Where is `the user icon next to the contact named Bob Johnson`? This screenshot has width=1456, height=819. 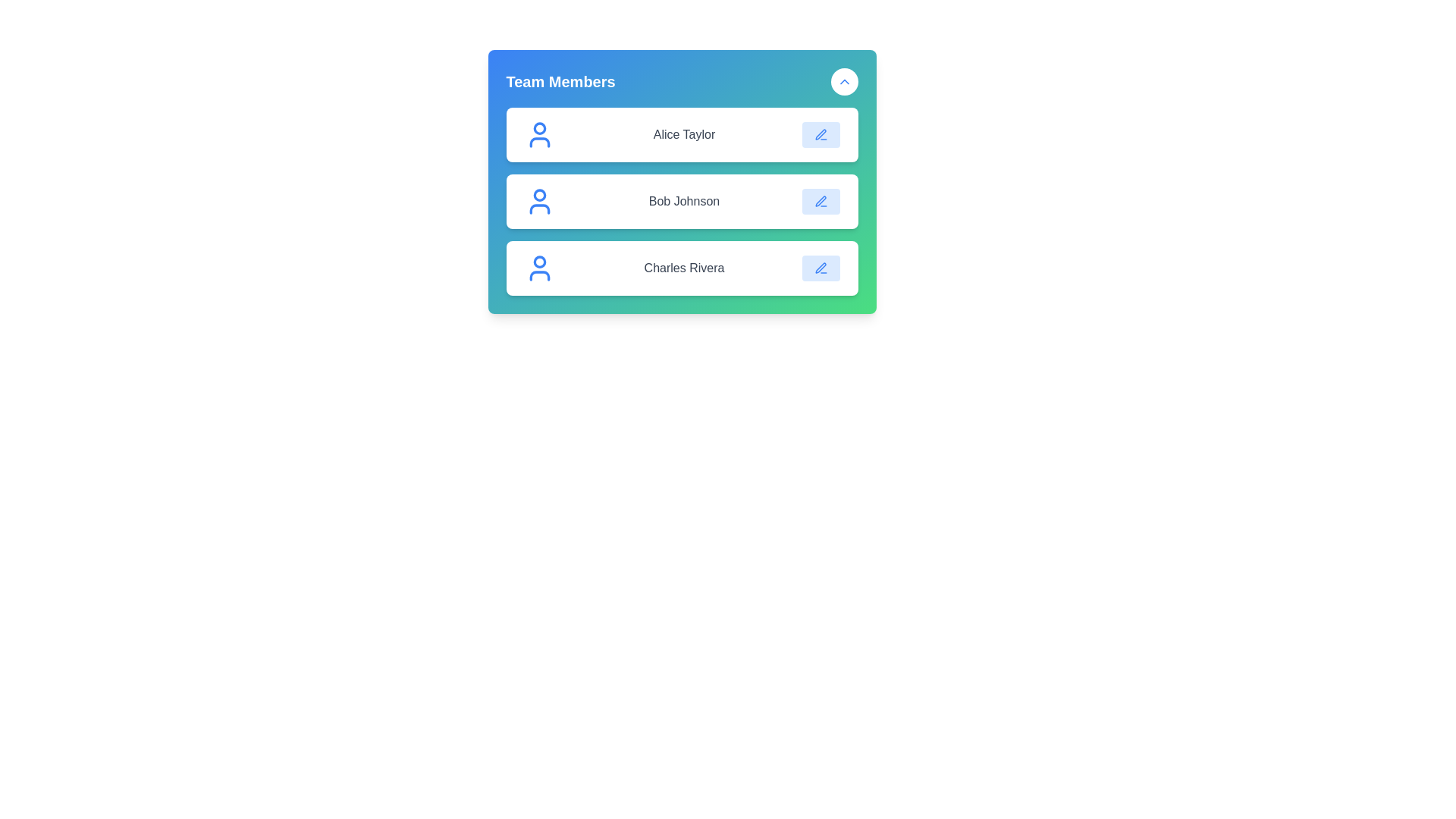 the user icon next to the contact named Bob Johnson is located at coordinates (539, 201).